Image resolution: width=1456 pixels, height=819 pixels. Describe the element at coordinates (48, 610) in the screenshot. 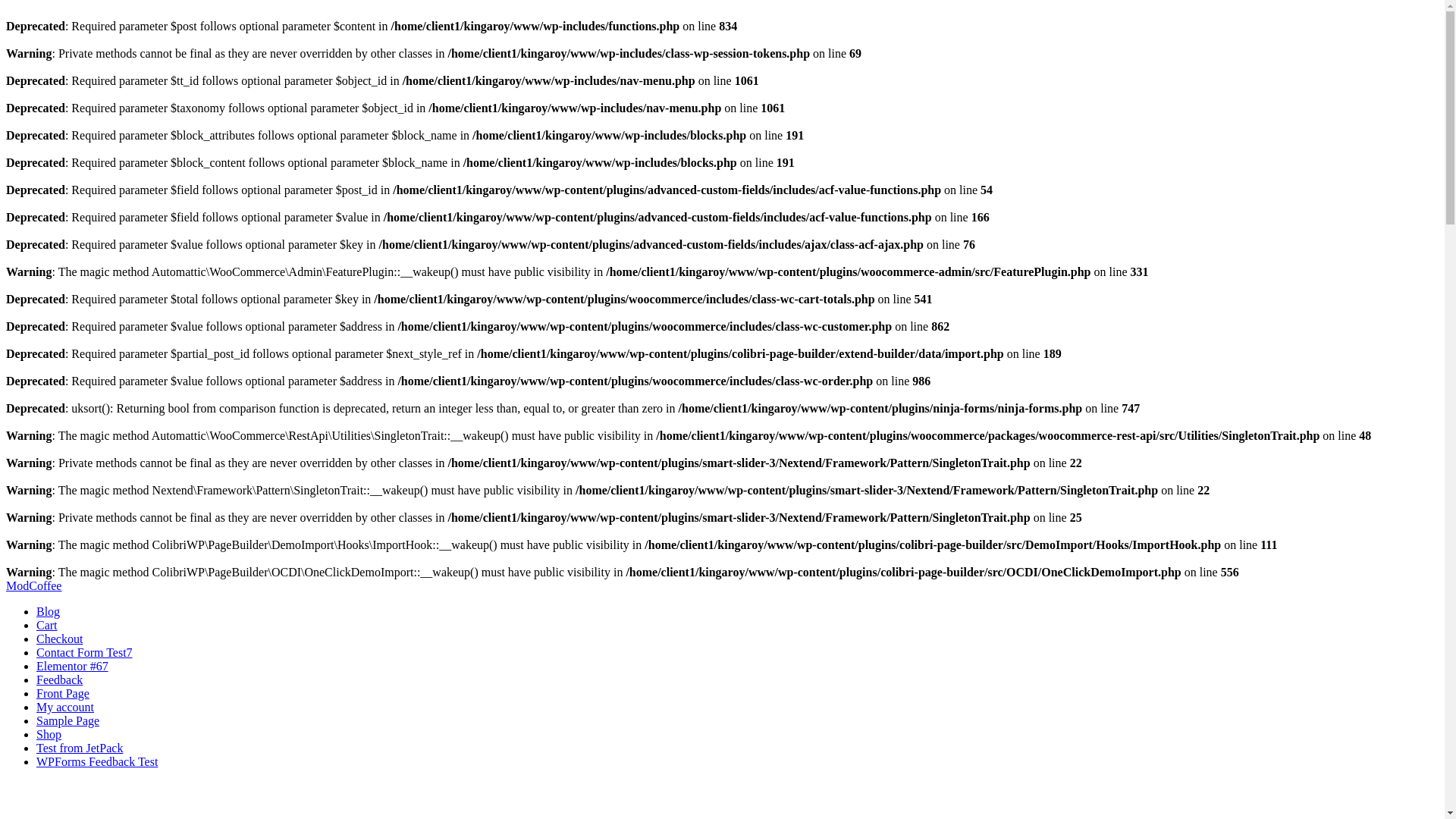

I see `'Blog'` at that location.